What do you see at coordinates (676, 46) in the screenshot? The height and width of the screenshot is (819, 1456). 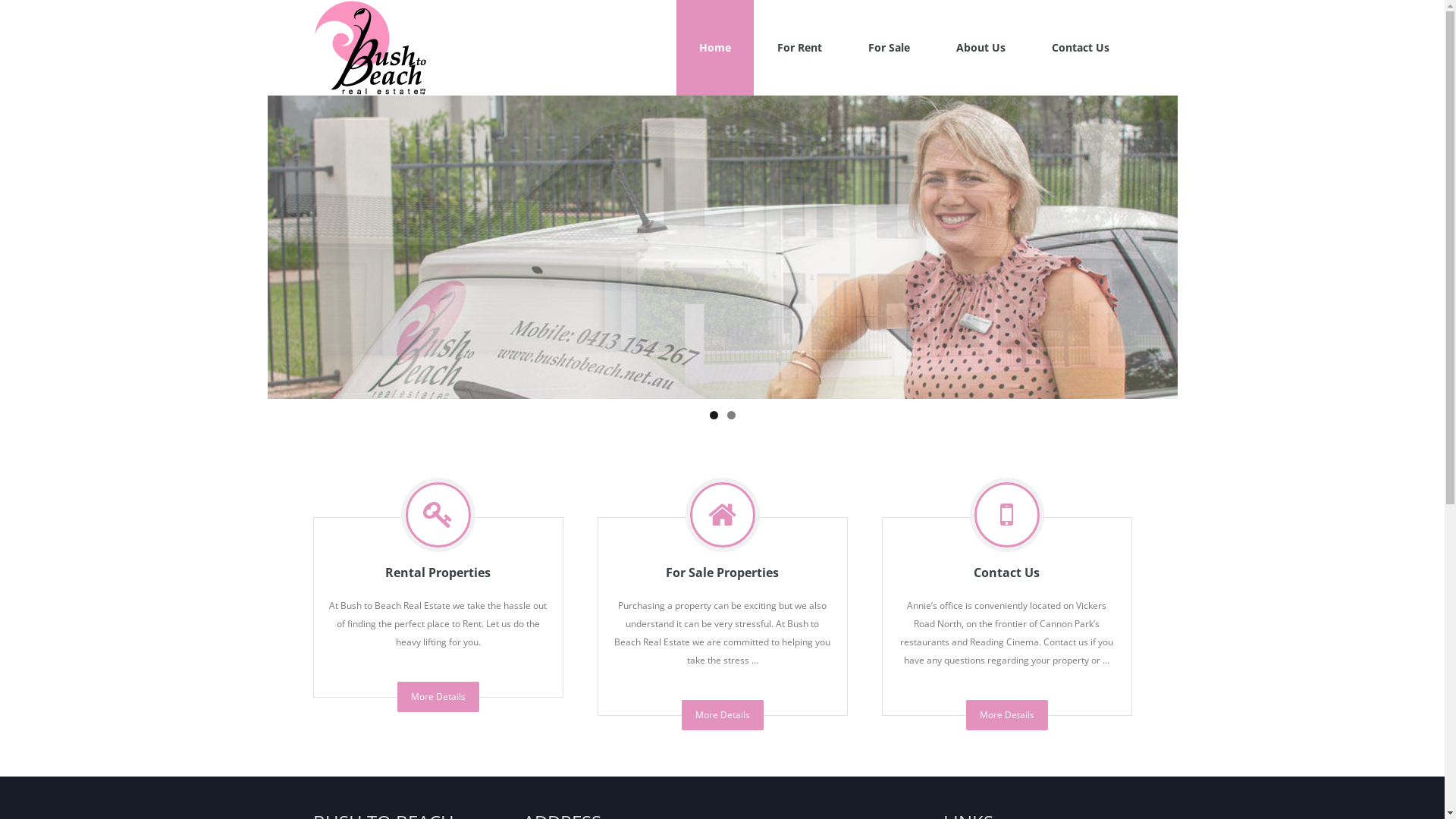 I see `'Home'` at bounding box center [676, 46].